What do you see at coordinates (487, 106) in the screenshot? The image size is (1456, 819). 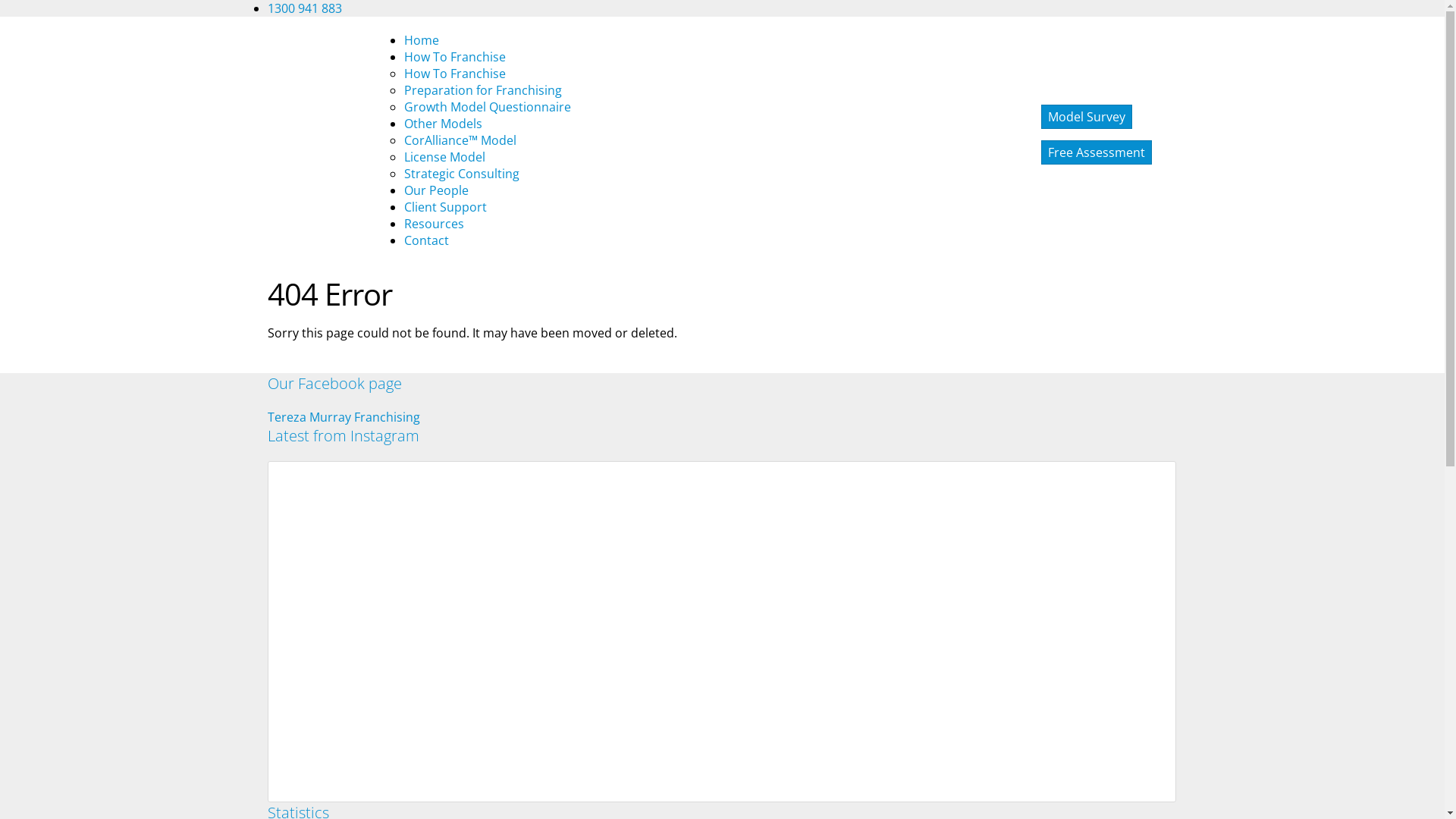 I see `'Growth Model Questionnaire'` at bounding box center [487, 106].